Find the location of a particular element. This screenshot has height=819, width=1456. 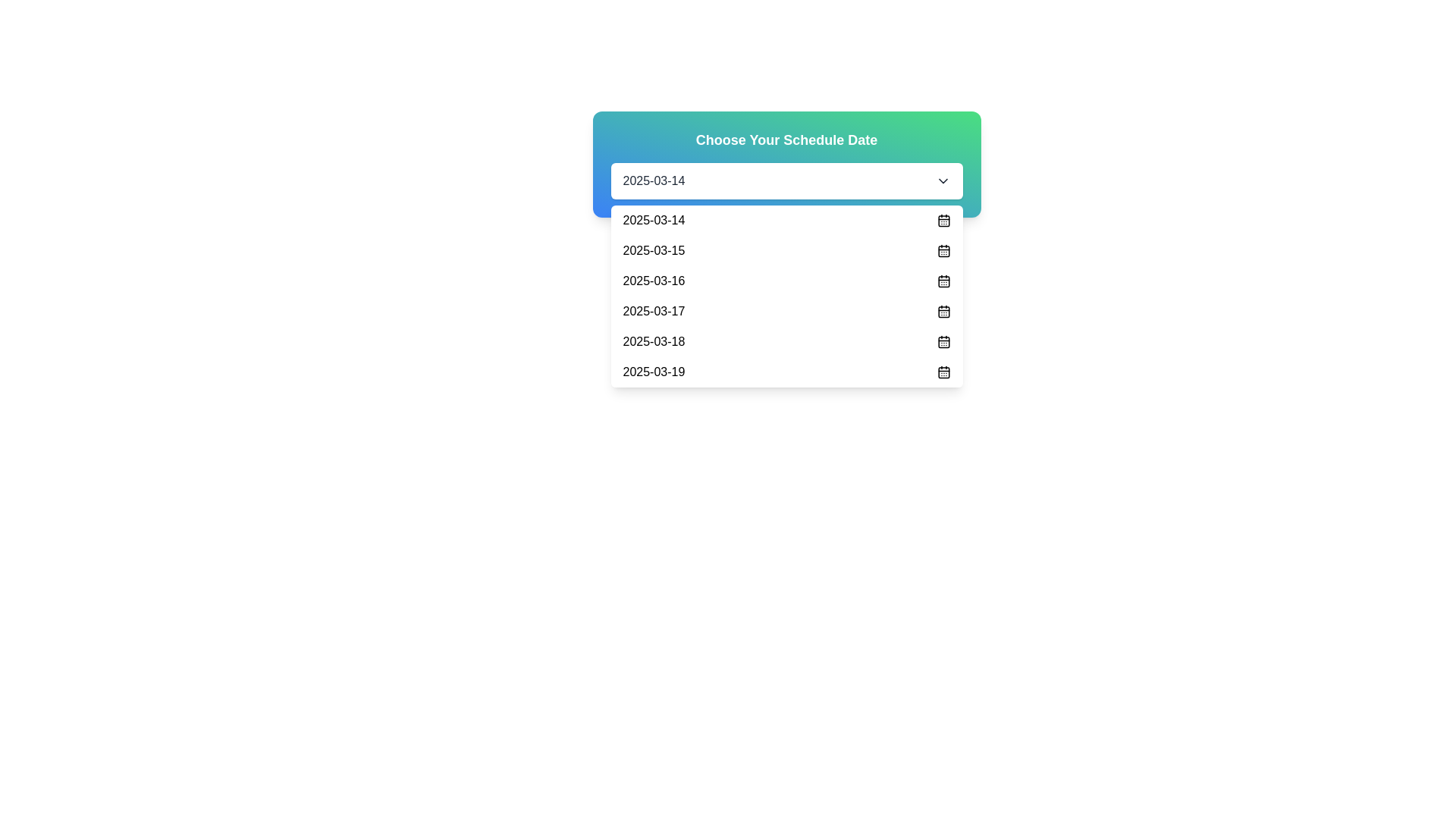

the text display element showing '2025-03-14' within the dropdown interface under the header 'Choose Your Schedule Date' is located at coordinates (654, 180).